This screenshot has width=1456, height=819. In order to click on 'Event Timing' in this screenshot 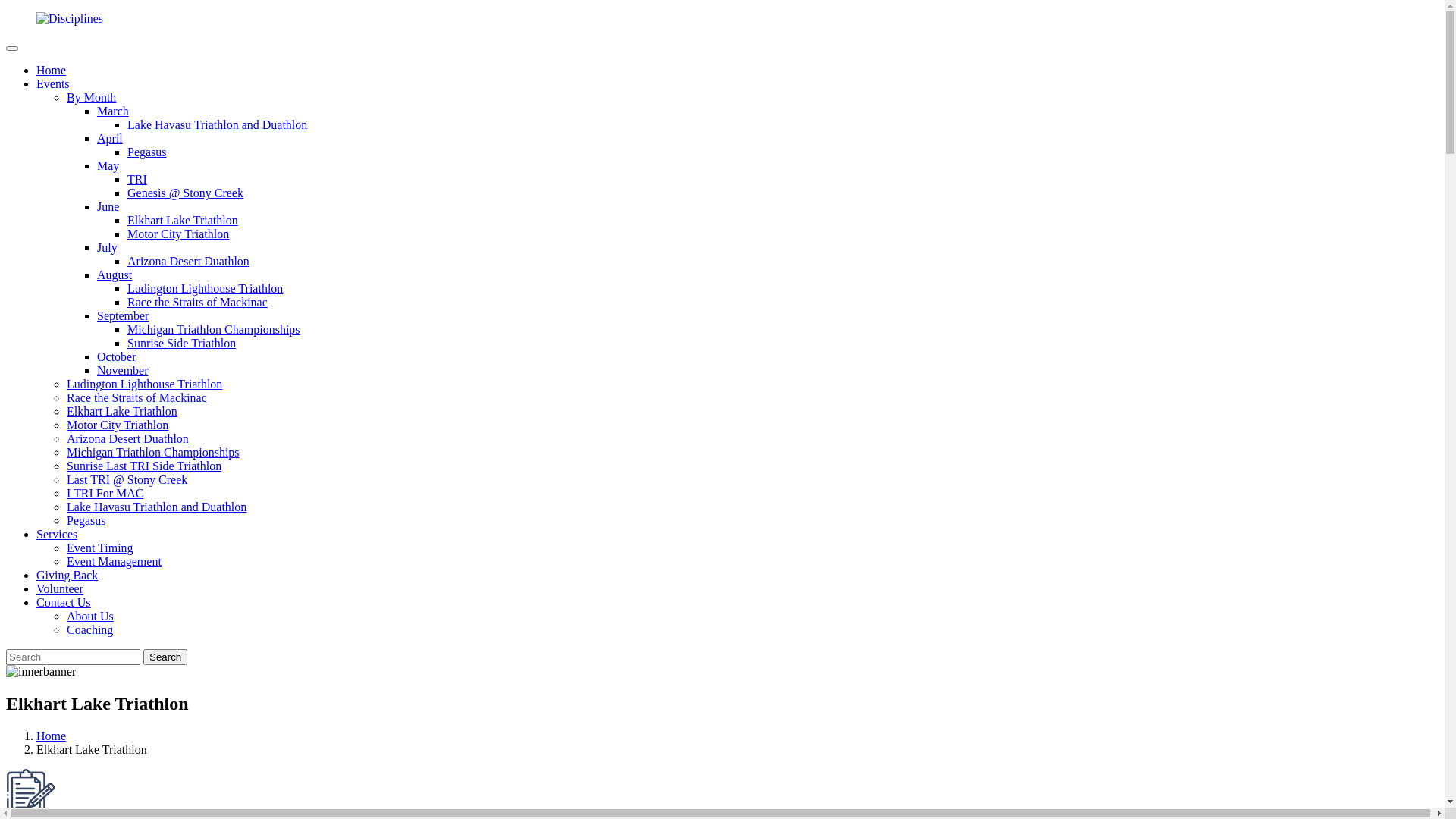, I will do `click(99, 548)`.